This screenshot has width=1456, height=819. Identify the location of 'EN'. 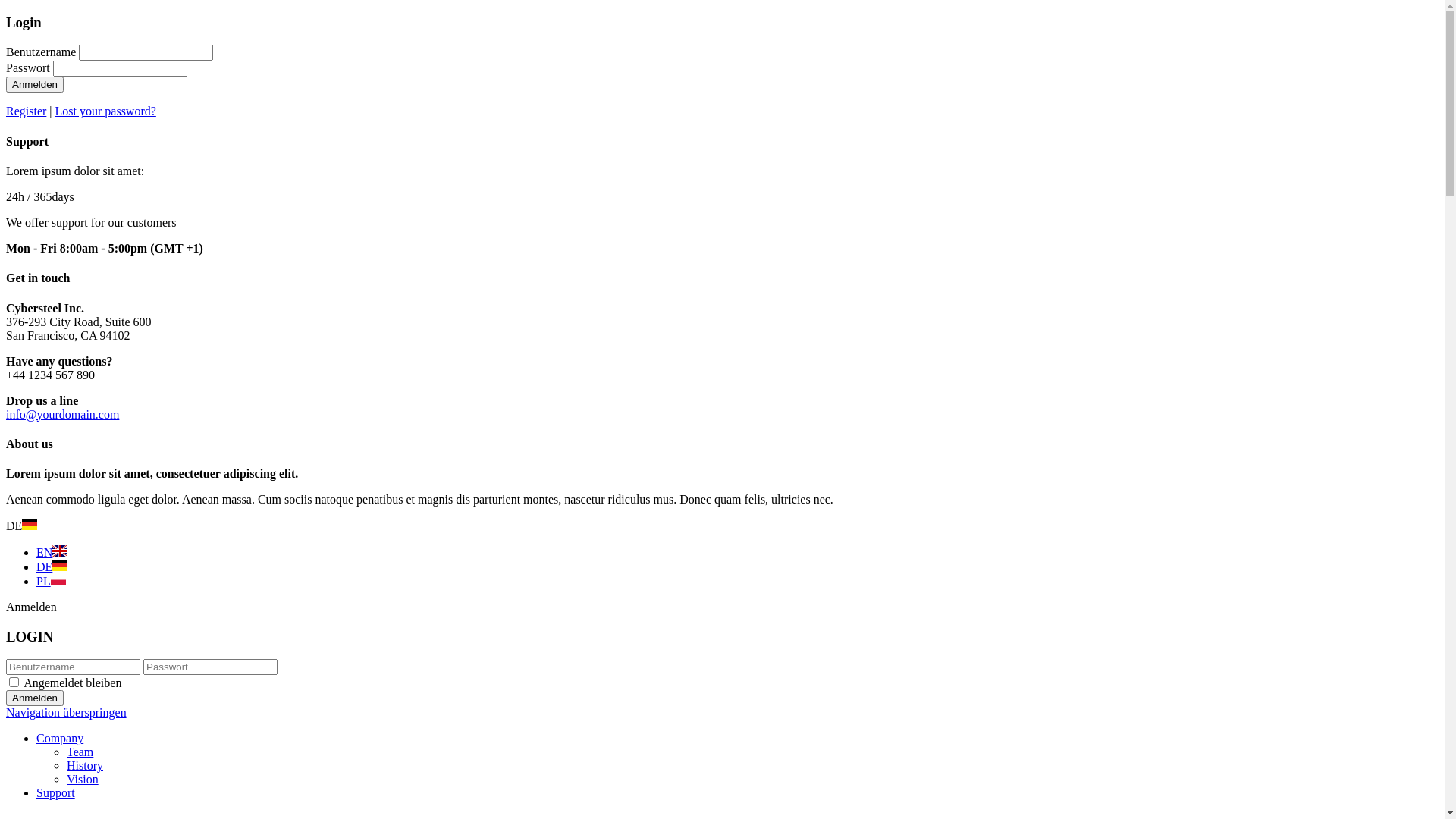
(52, 552).